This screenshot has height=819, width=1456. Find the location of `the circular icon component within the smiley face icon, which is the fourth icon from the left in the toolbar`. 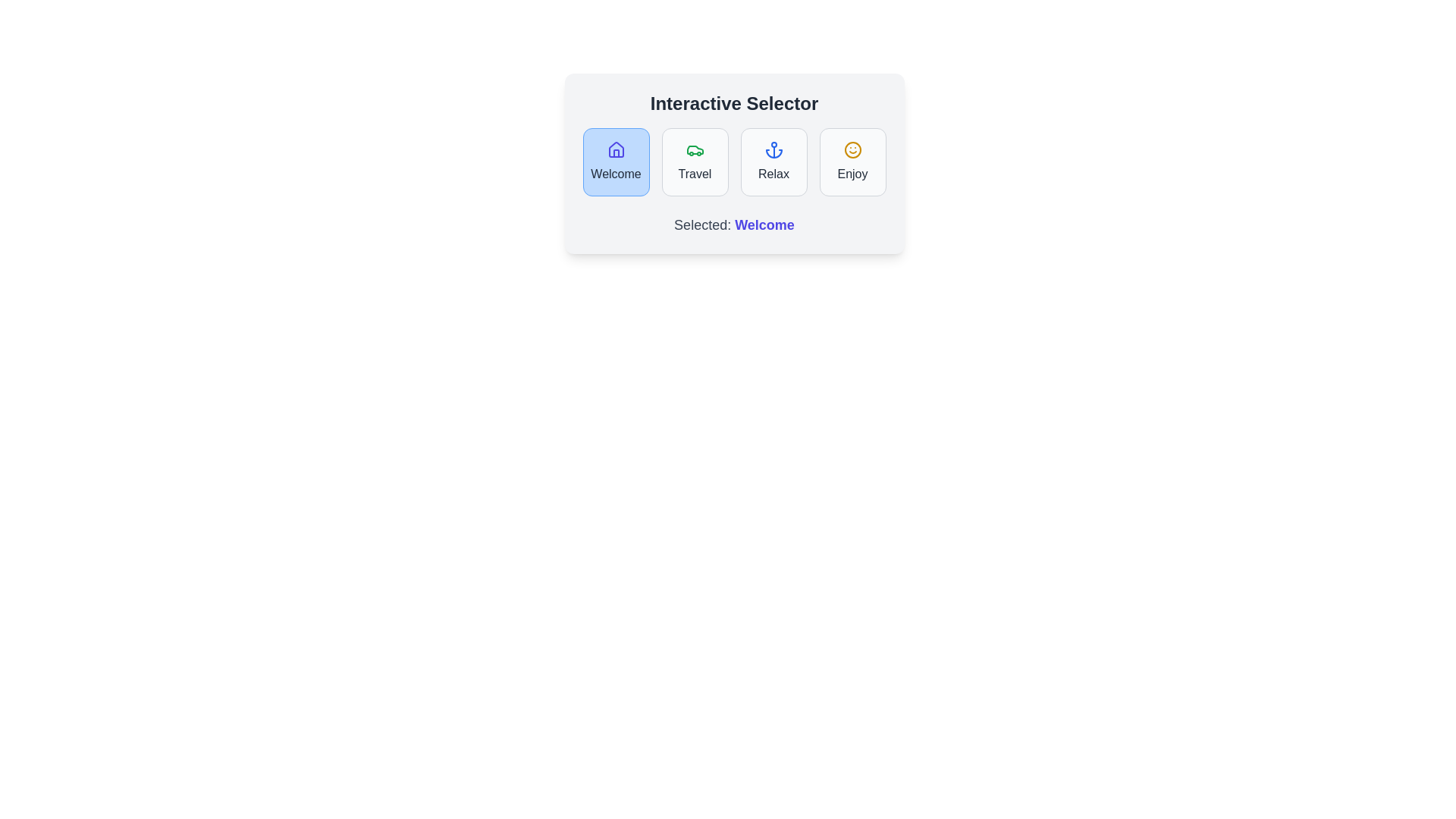

the circular icon component within the smiley face icon, which is the fourth icon from the left in the toolbar is located at coordinates (852, 149).